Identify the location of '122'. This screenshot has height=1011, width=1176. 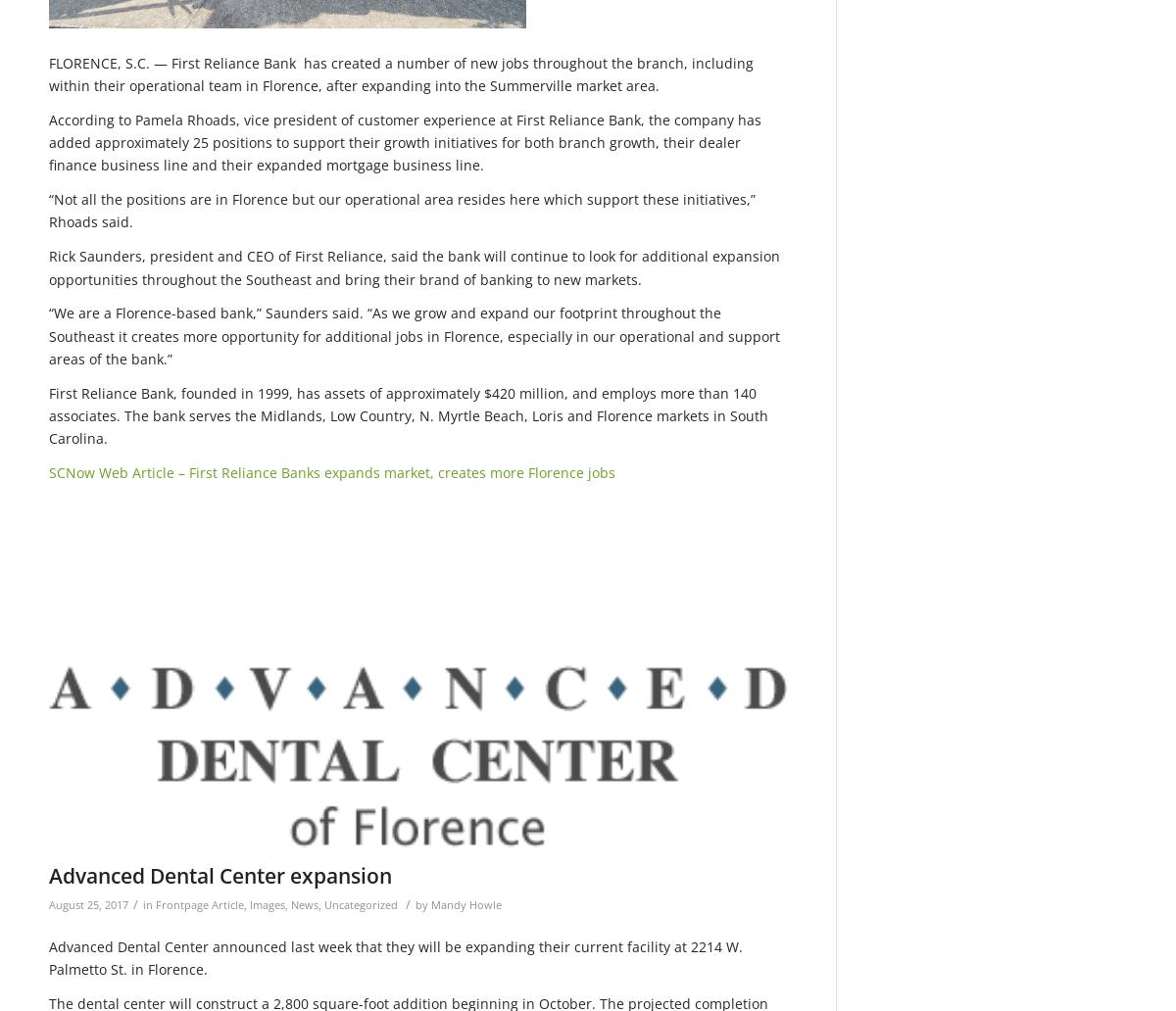
(61, 626).